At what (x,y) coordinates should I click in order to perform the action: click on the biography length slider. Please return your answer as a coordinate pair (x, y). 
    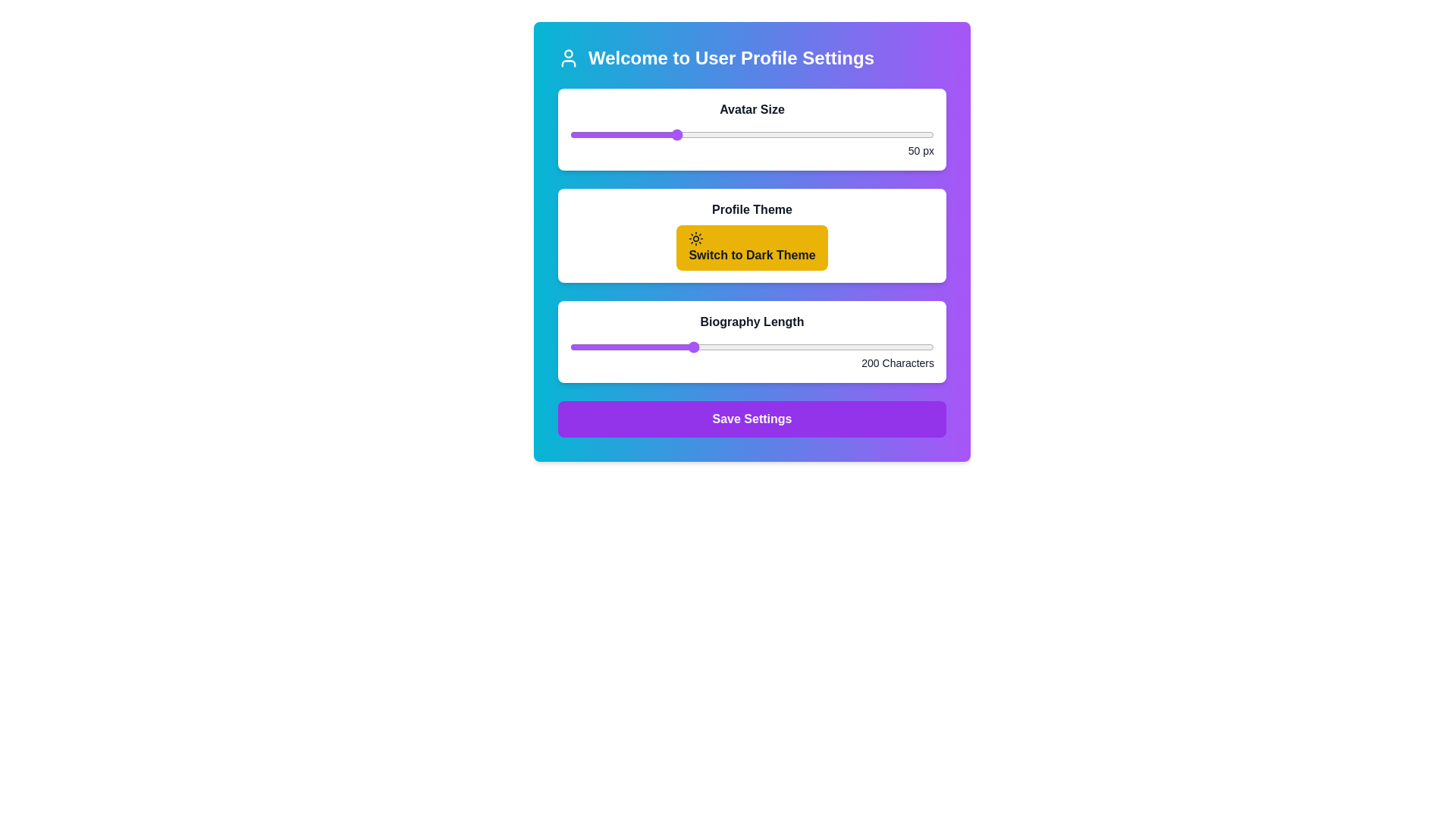
    Looking at the image, I should click on (863, 347).